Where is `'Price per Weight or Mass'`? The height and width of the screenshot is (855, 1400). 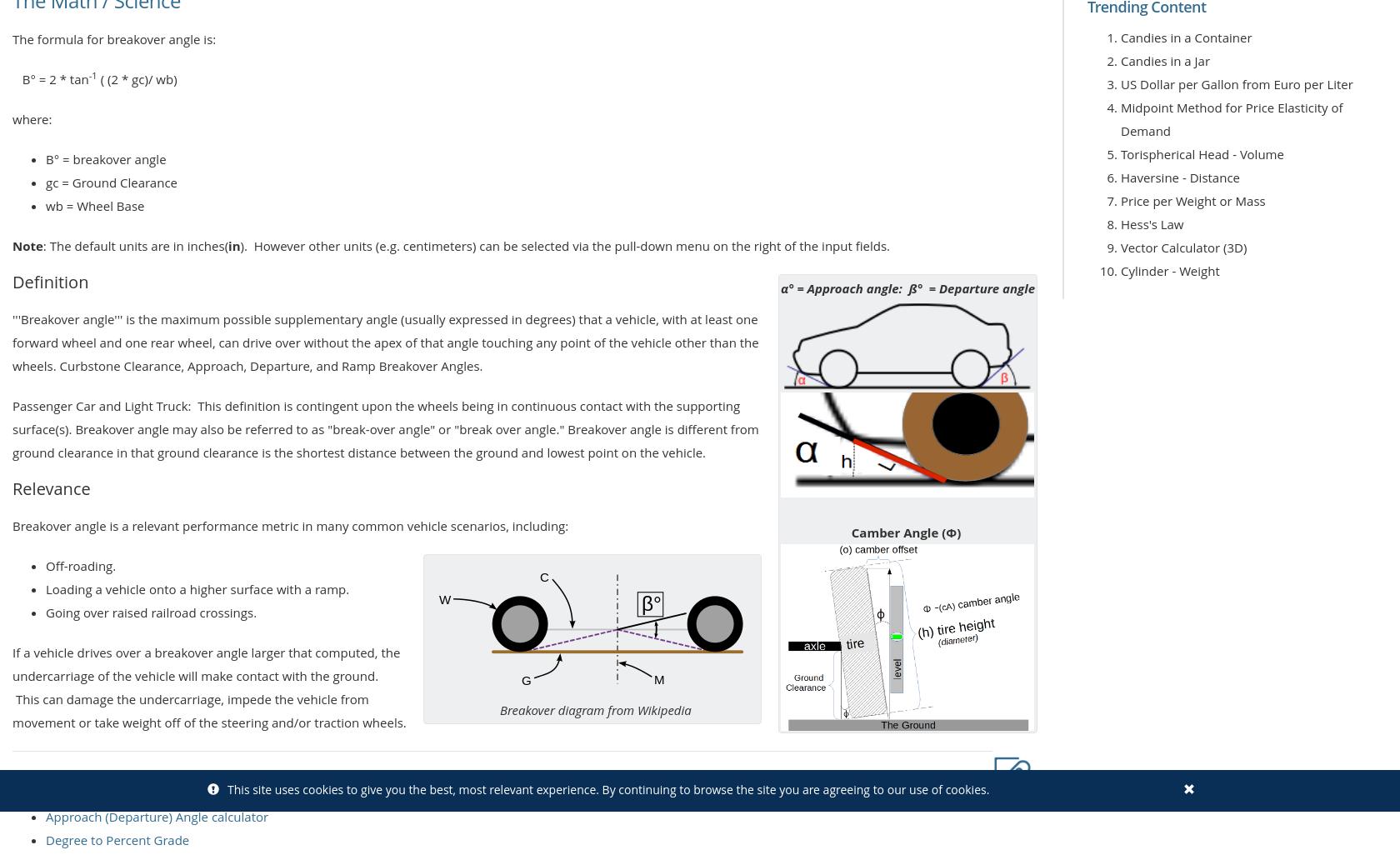 'Price per Weight or Mass' is located at coordinates (1192, 201).